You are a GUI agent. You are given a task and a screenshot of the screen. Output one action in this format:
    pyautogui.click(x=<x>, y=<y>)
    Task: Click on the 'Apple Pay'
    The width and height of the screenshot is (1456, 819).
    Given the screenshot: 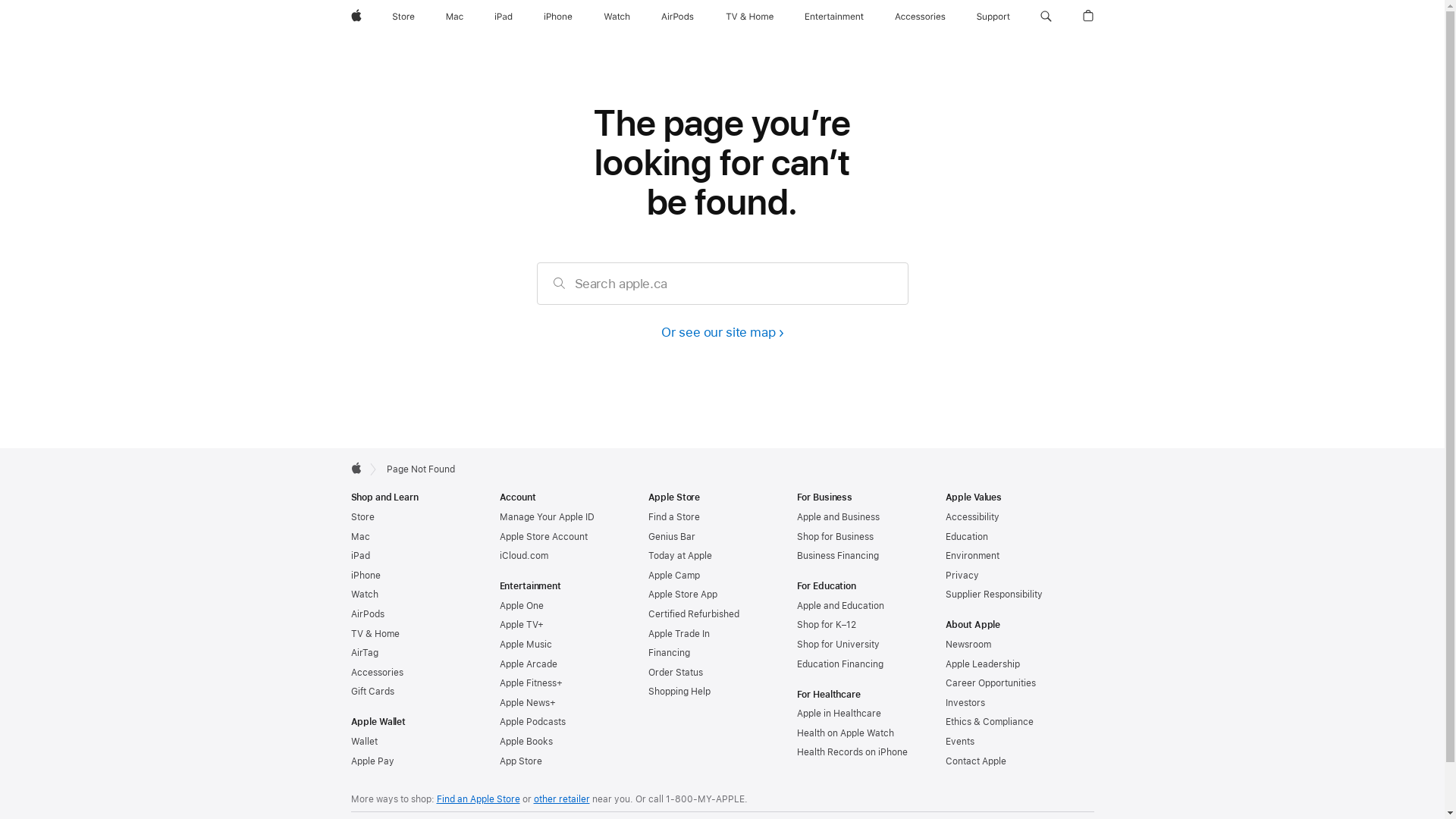 What is the action you would take?
    pyautogui.click(x=372, y=761)
    